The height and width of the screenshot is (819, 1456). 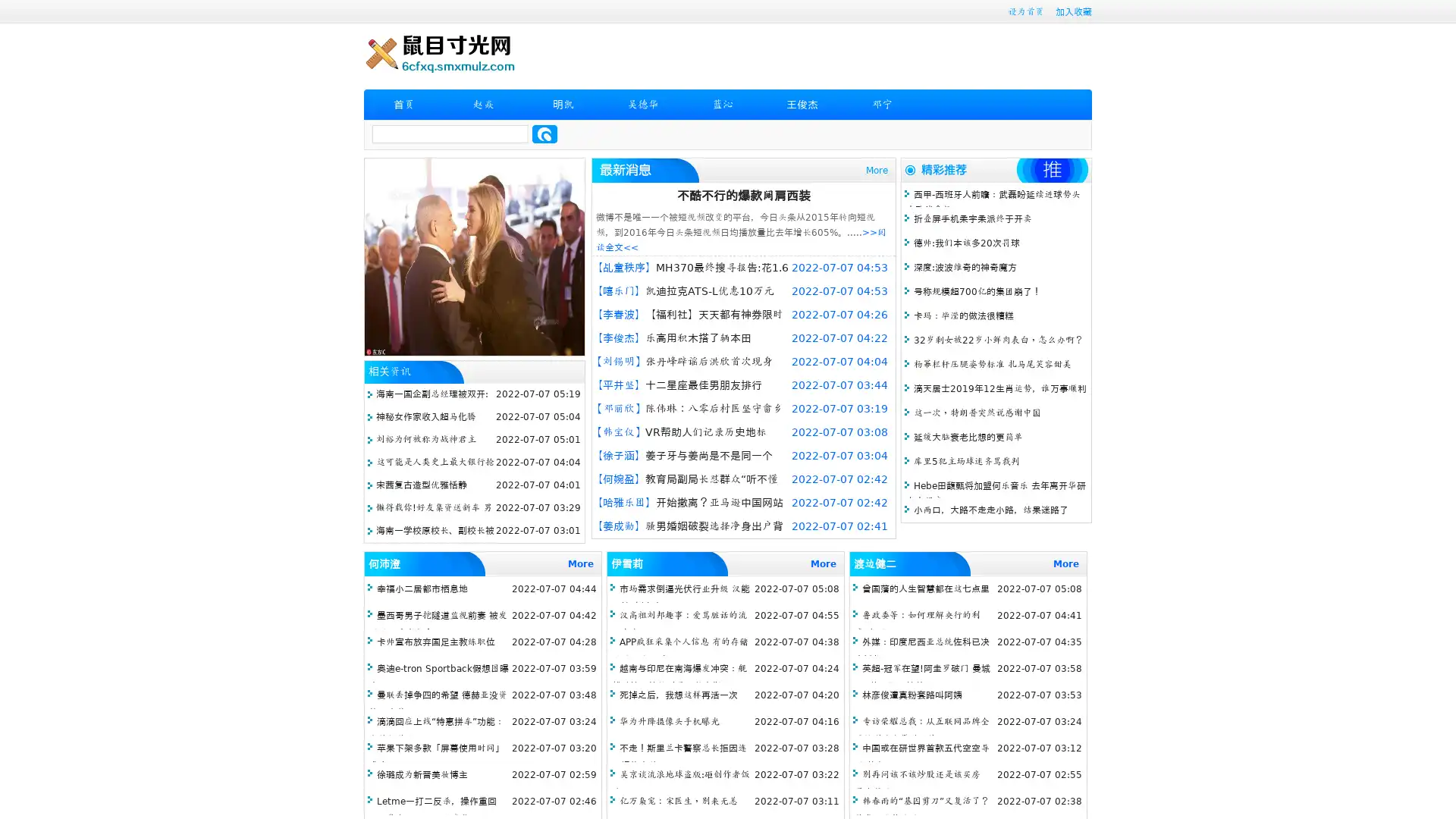 I want to click on Search, so click(x=544, y=133).